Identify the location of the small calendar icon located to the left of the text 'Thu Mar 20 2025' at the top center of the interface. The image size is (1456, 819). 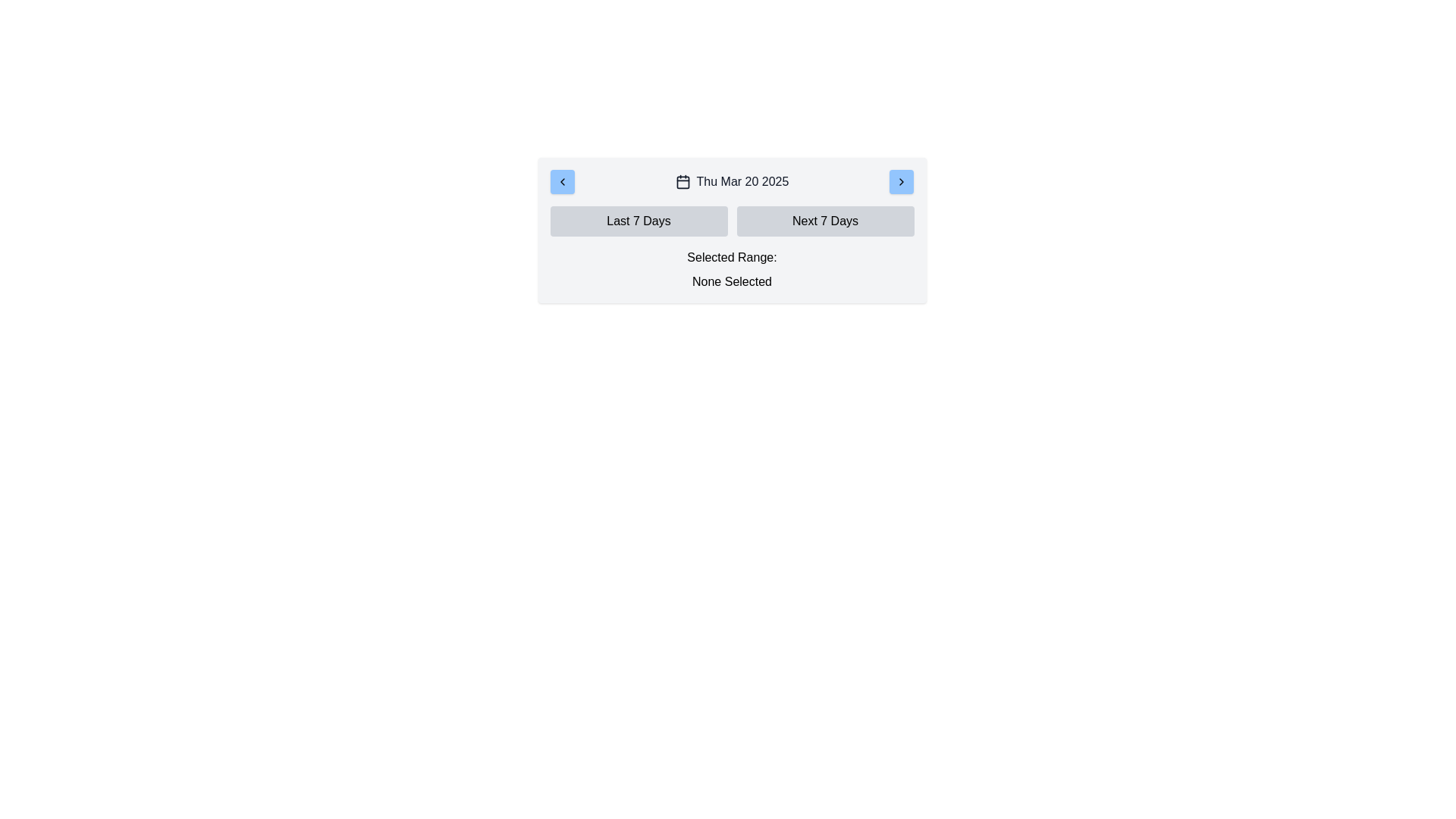
(682, 180).